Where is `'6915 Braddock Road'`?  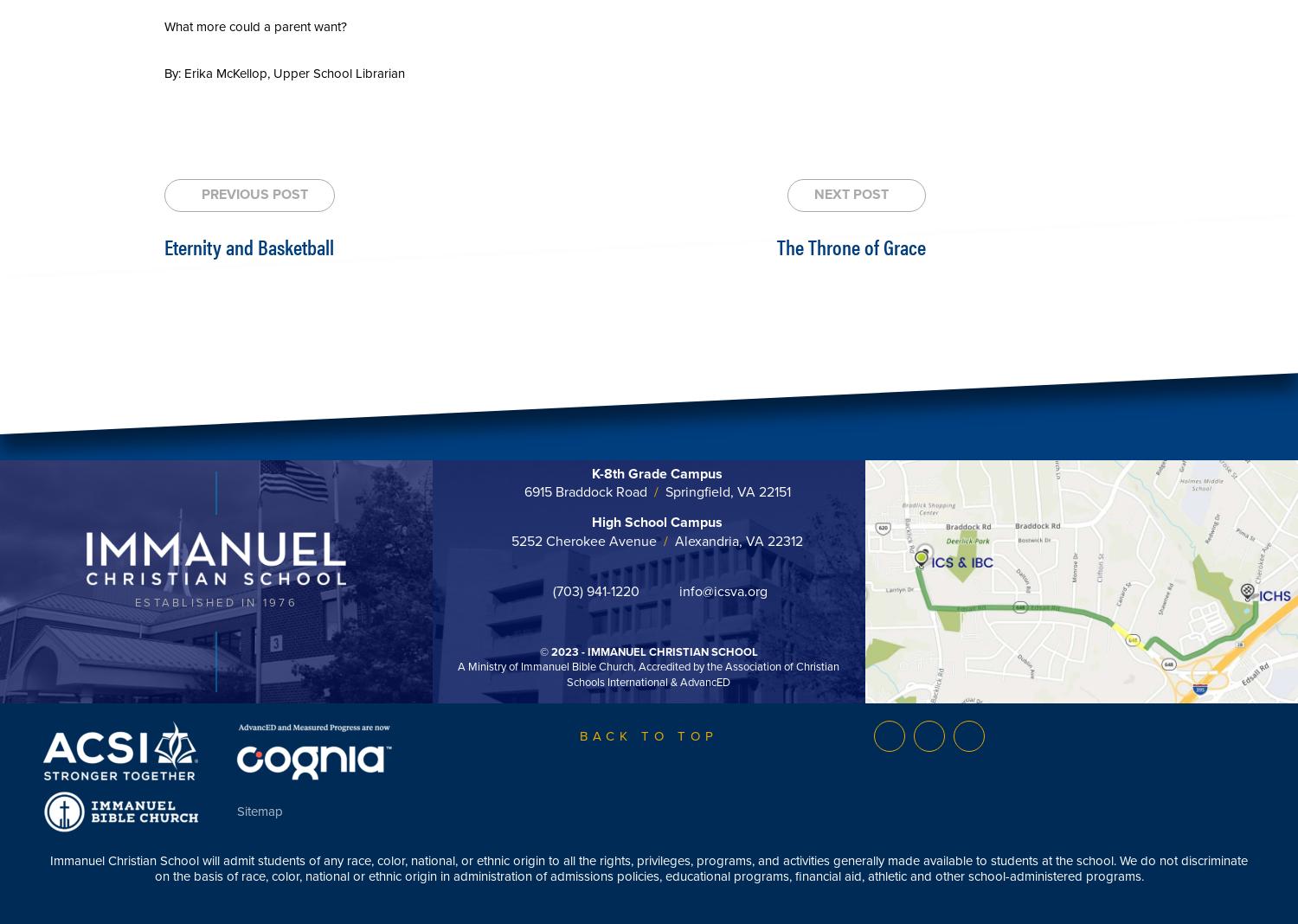 '6915 Braddock Road' is located at coordinates (587, 491).